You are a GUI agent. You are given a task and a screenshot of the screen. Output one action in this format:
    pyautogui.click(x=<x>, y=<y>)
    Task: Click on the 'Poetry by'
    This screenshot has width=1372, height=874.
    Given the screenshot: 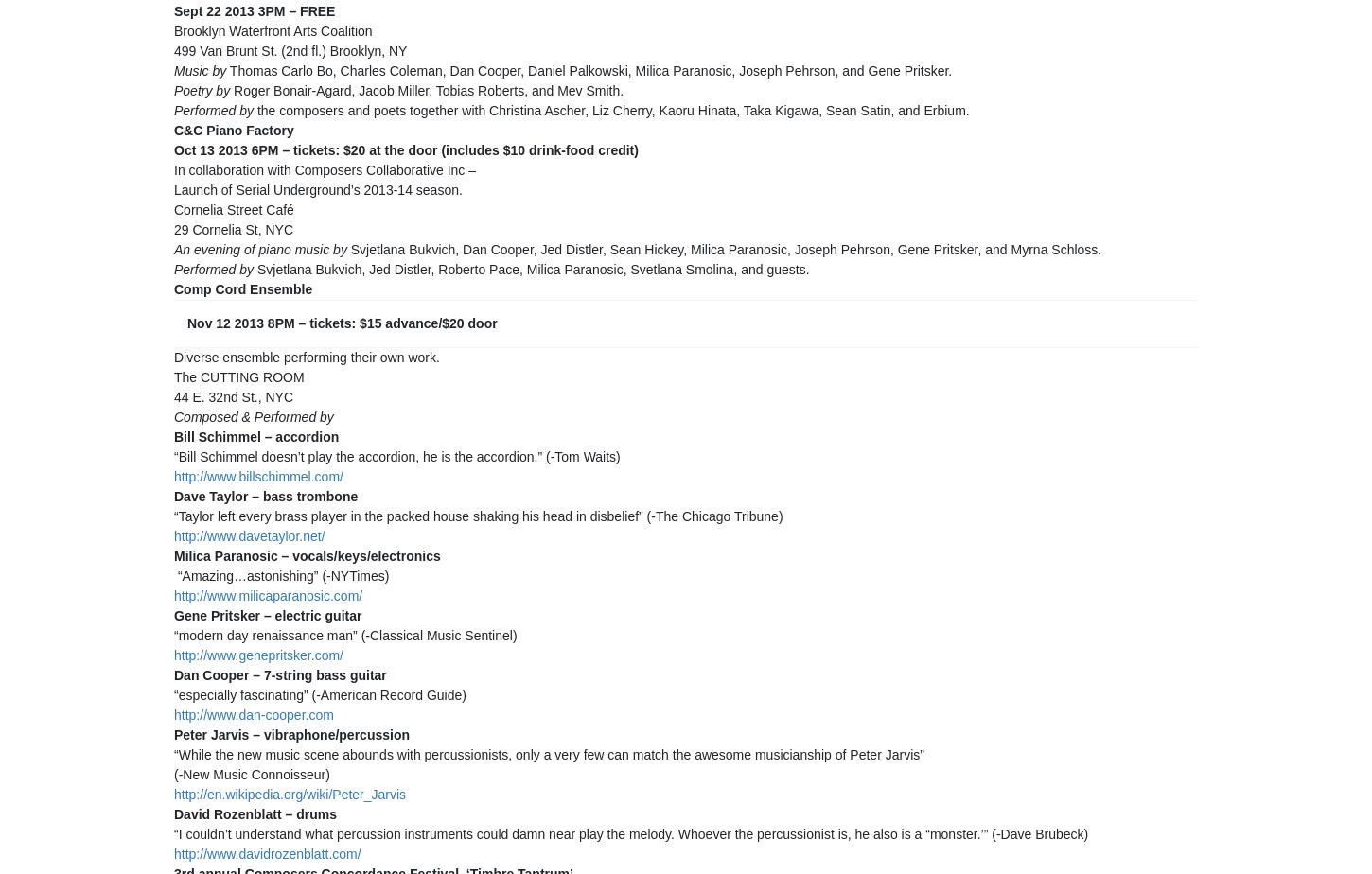 What is the action you would take?
    pyautogui.click(x=202, y=91)
    